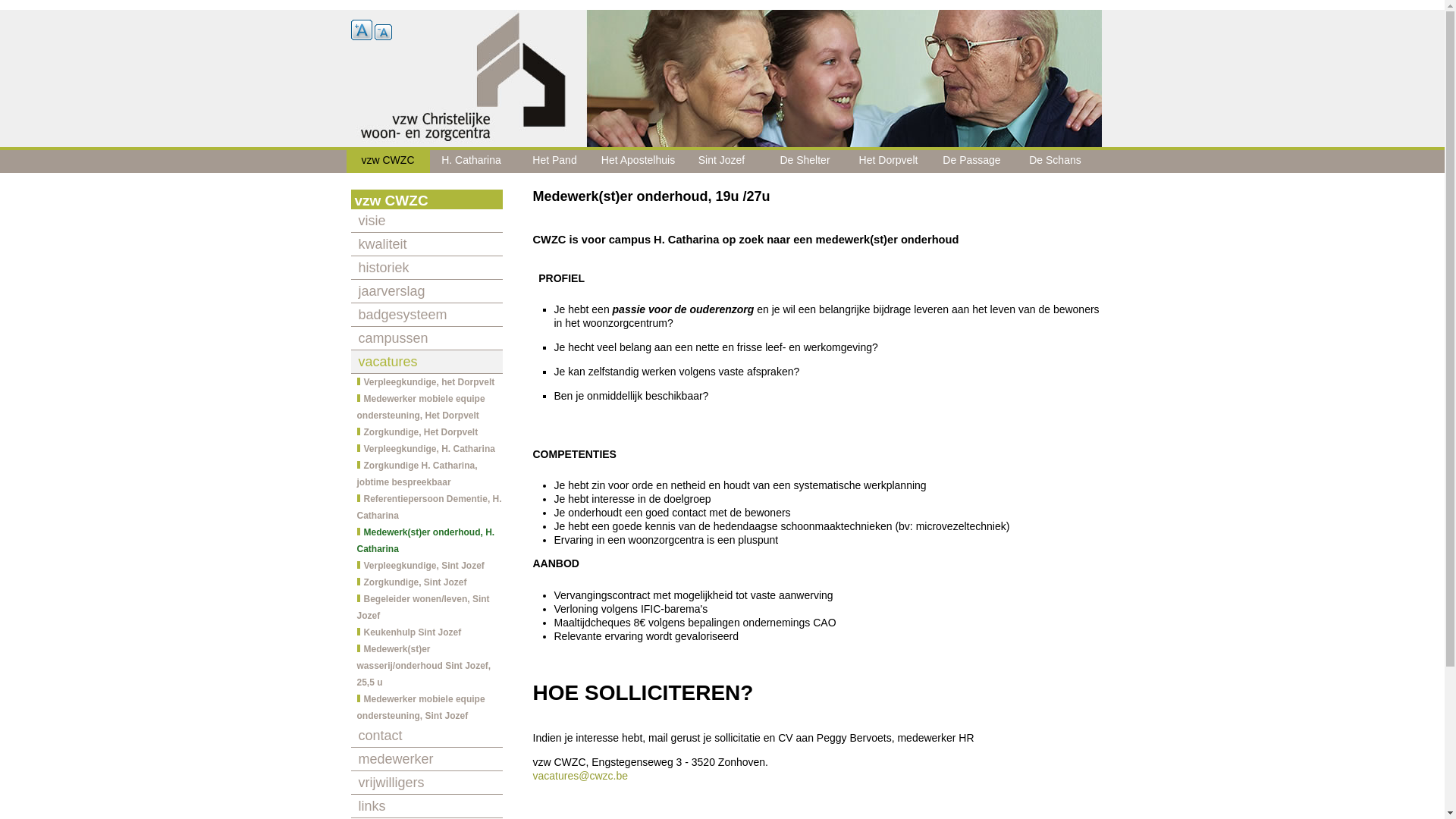 The image size is (1456, 819). What do you see at coordinates (425, 607) in the screenshot?
I see `'Begeleider wonen/leven, Sint Jozef'` at bounding box center [425, 607].